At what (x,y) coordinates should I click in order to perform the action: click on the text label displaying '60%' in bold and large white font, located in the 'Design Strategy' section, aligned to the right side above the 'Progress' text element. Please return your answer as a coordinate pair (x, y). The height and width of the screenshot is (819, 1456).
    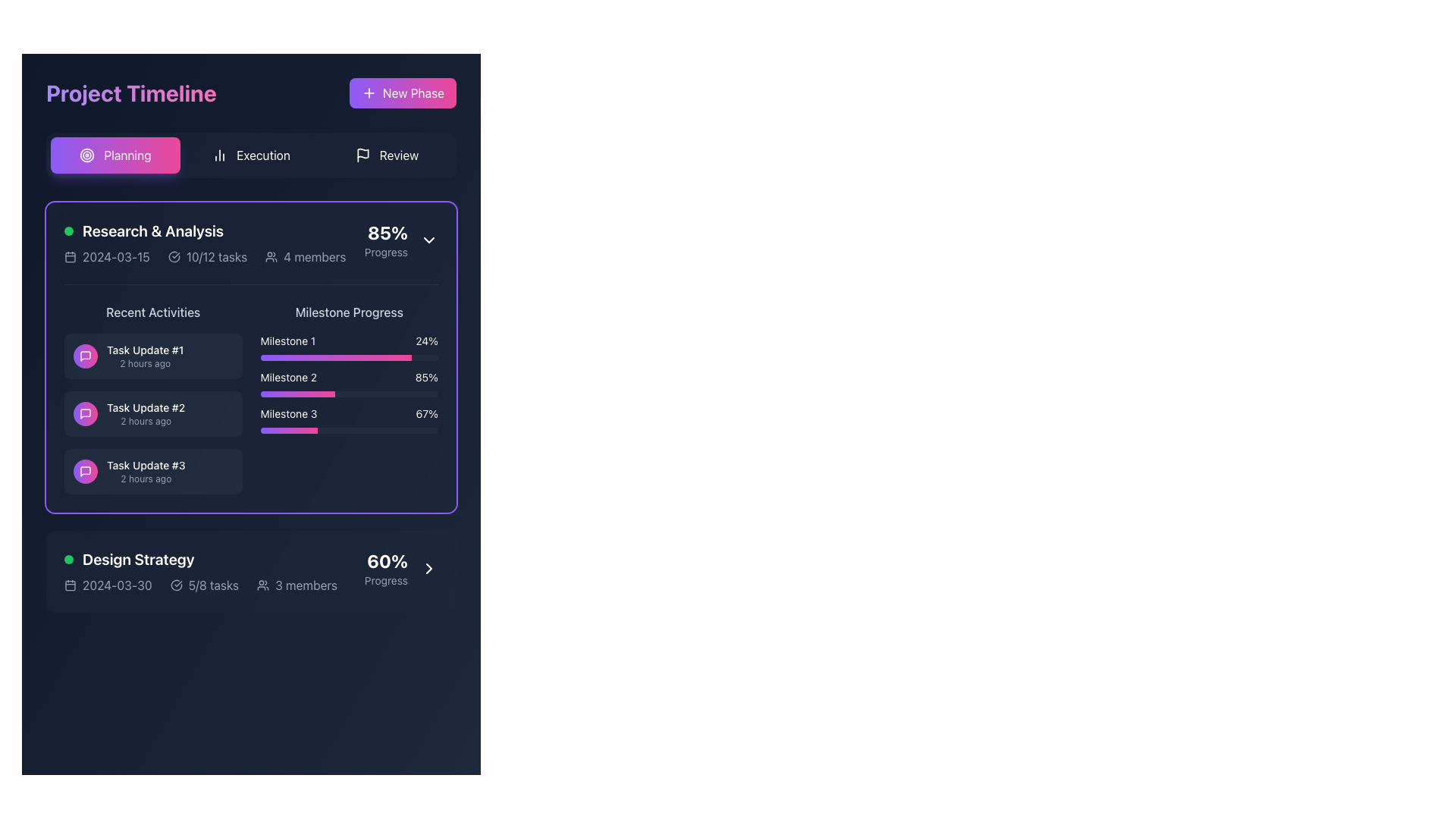
    Looking at the image, I should click on (388, 561).